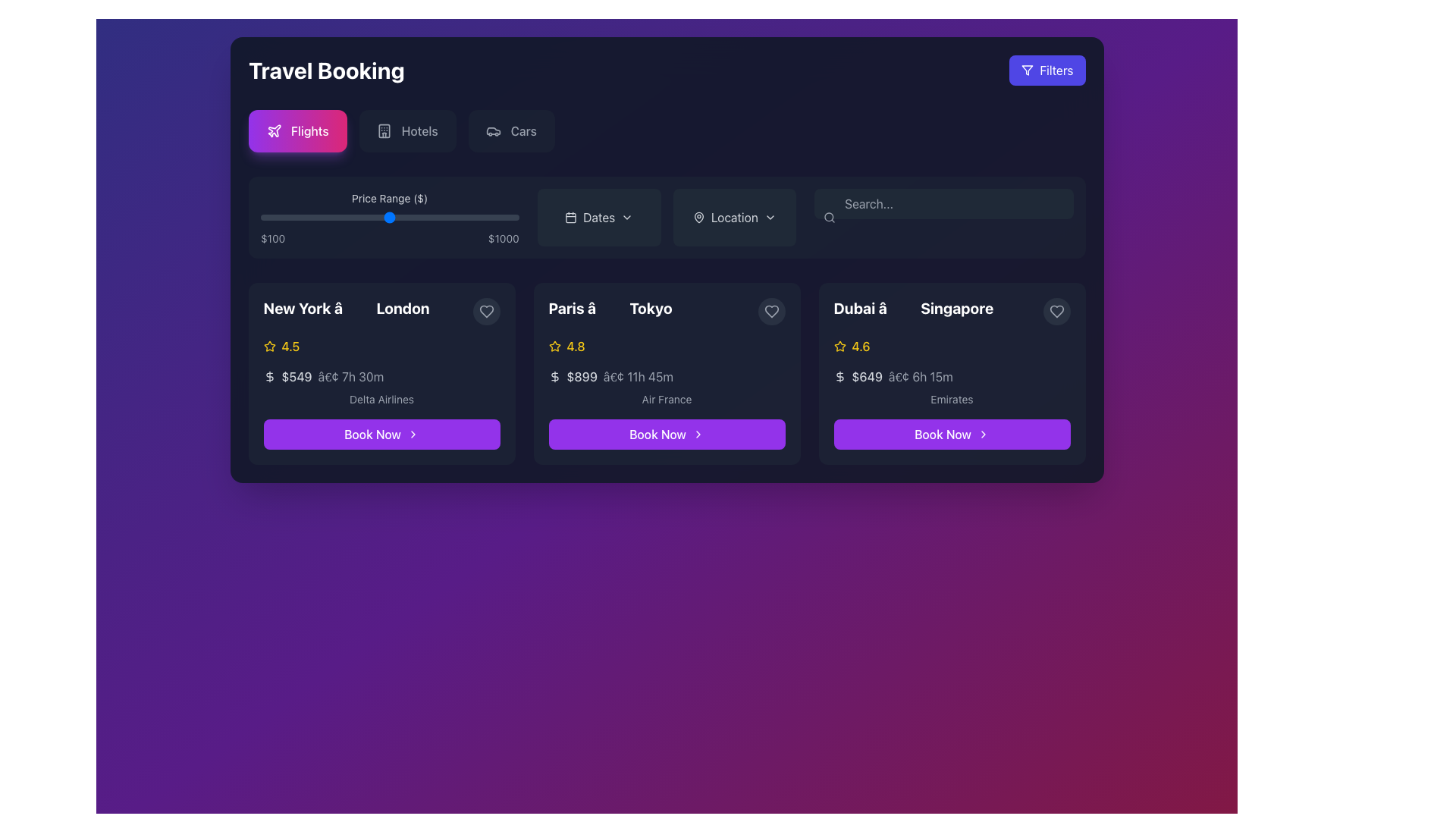  I want to click on the star icon with a yellow outline next to the rating text '4.5' in the top-left corner of the first travel card for additional information, so click(269, 346).